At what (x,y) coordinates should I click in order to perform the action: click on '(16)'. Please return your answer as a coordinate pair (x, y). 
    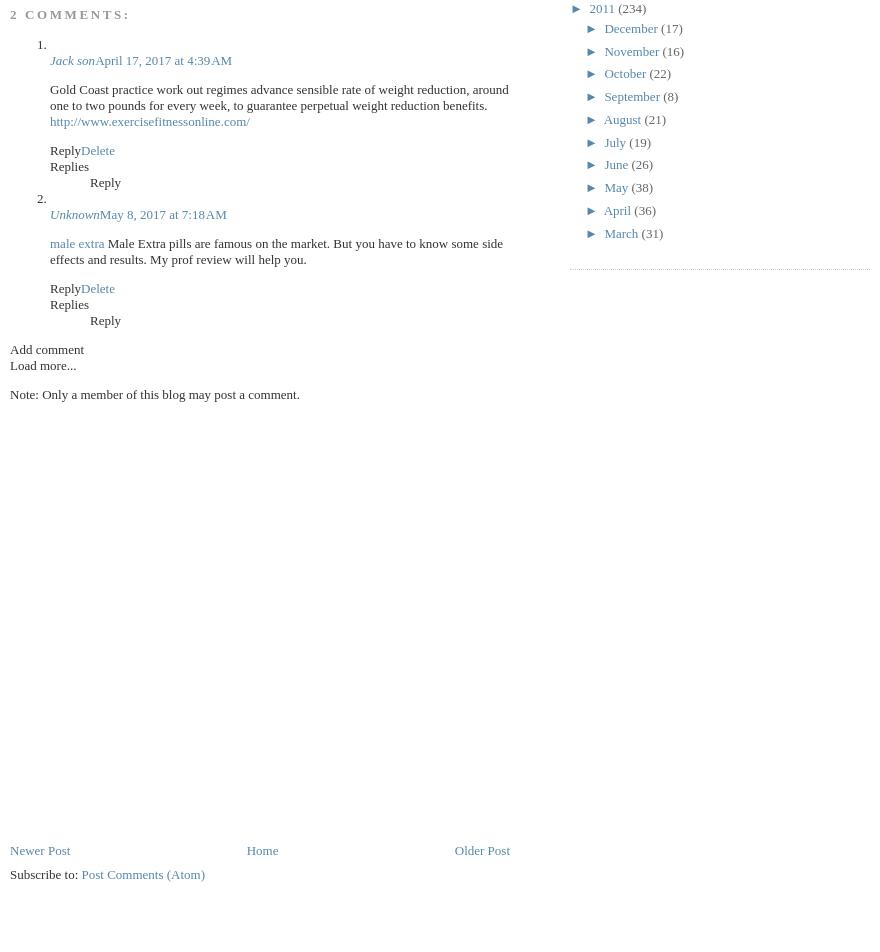
    Looking at the image, I should click on (672, 50).